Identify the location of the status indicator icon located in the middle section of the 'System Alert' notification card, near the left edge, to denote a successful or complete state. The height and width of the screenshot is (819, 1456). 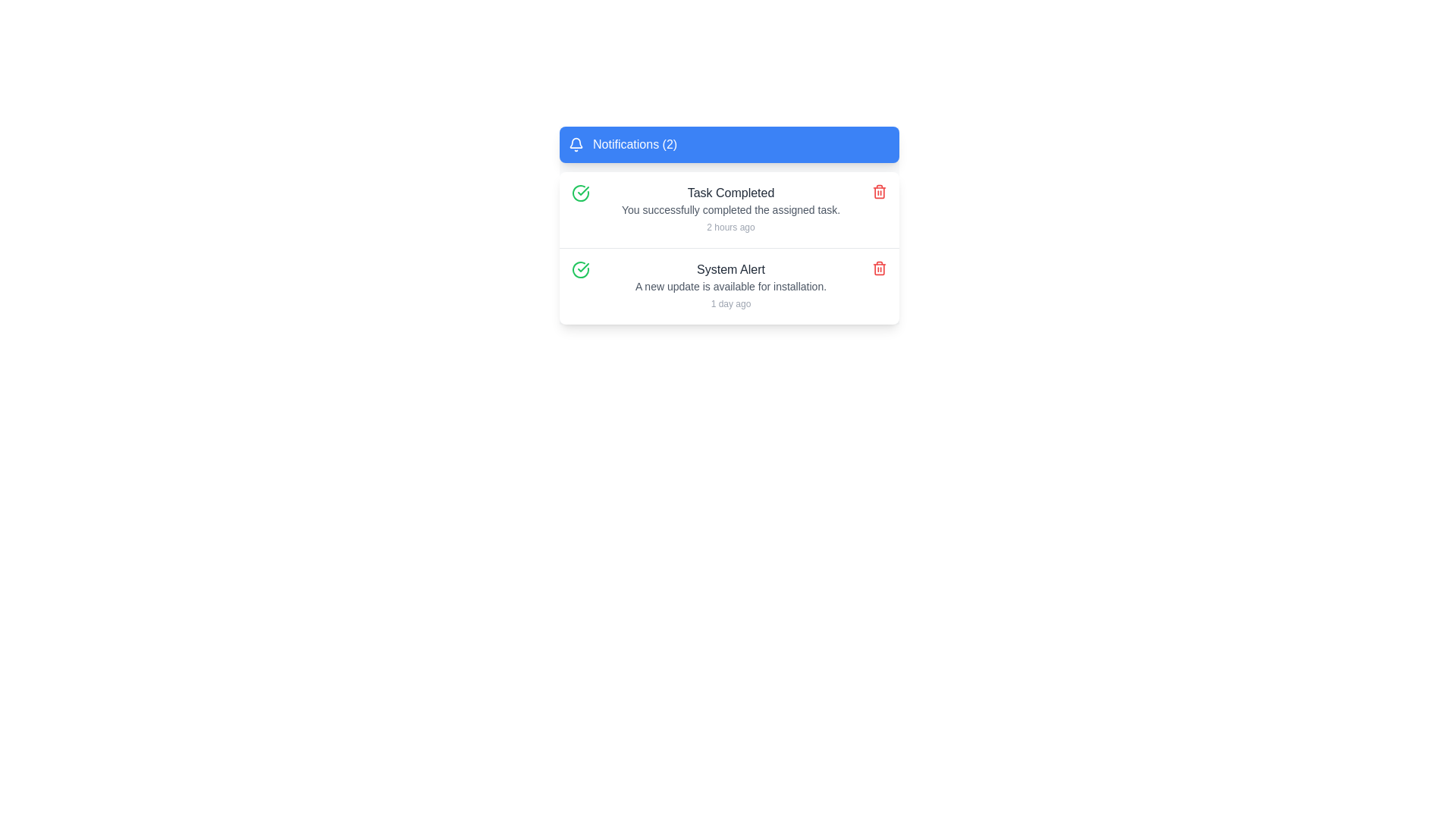
(580, 268).